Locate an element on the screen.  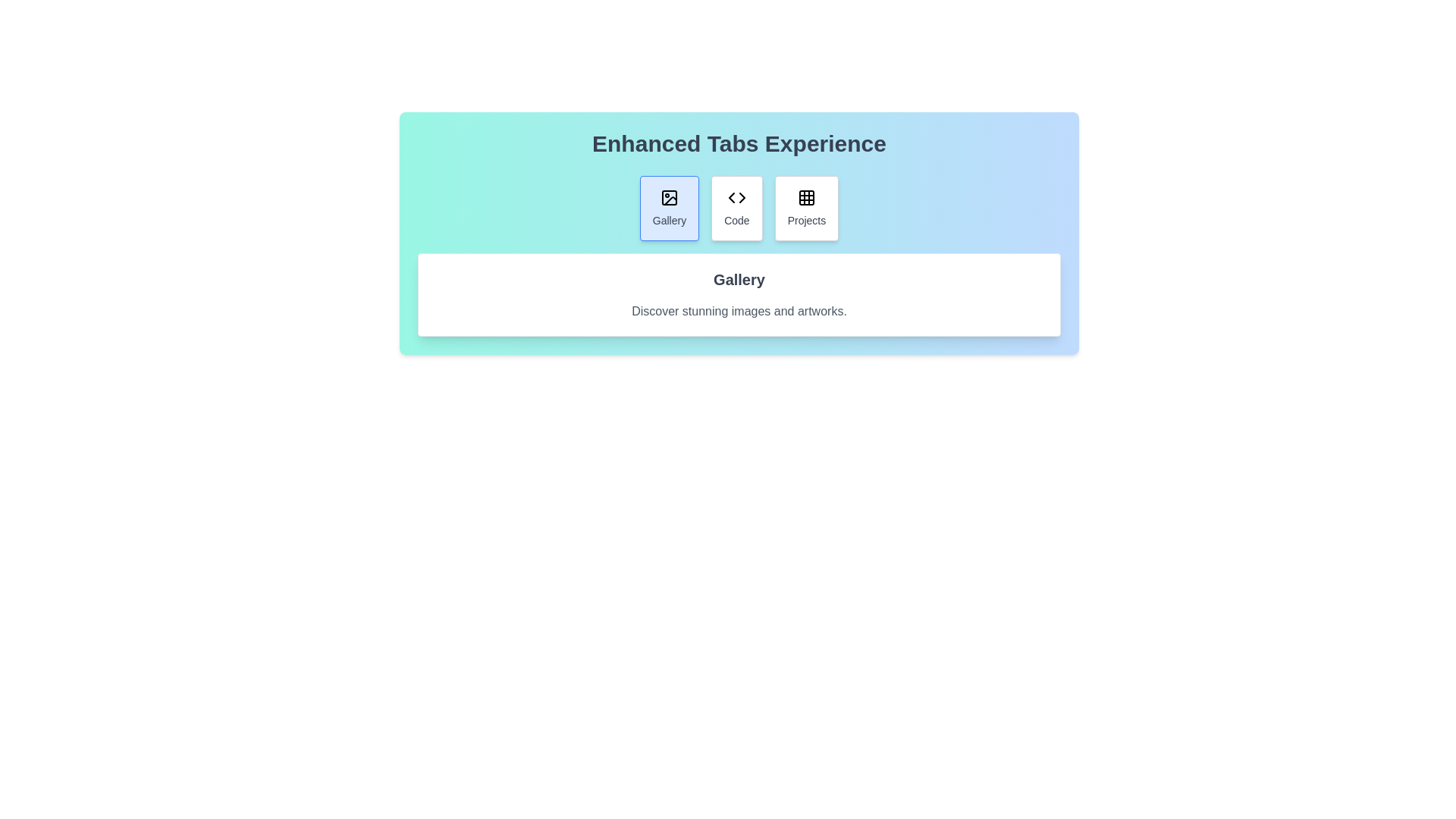
the tab labeled Projects to switch its content is located at coordinates (805, 208).